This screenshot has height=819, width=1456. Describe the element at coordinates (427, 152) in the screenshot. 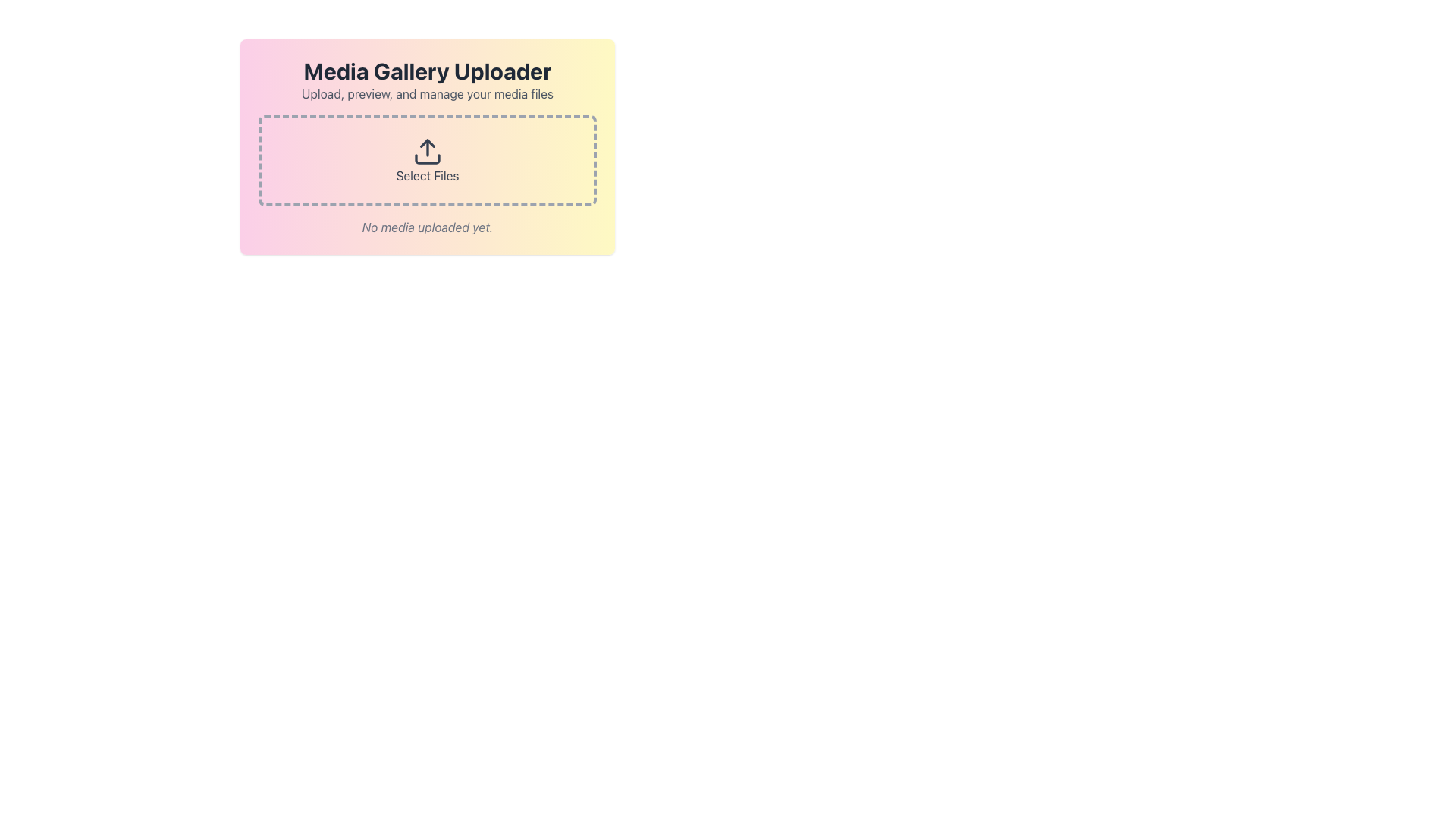

I see `the upload icon located inside the 'Select Files' bordered box, which is centered in the dashed-bordered panel` at that location.